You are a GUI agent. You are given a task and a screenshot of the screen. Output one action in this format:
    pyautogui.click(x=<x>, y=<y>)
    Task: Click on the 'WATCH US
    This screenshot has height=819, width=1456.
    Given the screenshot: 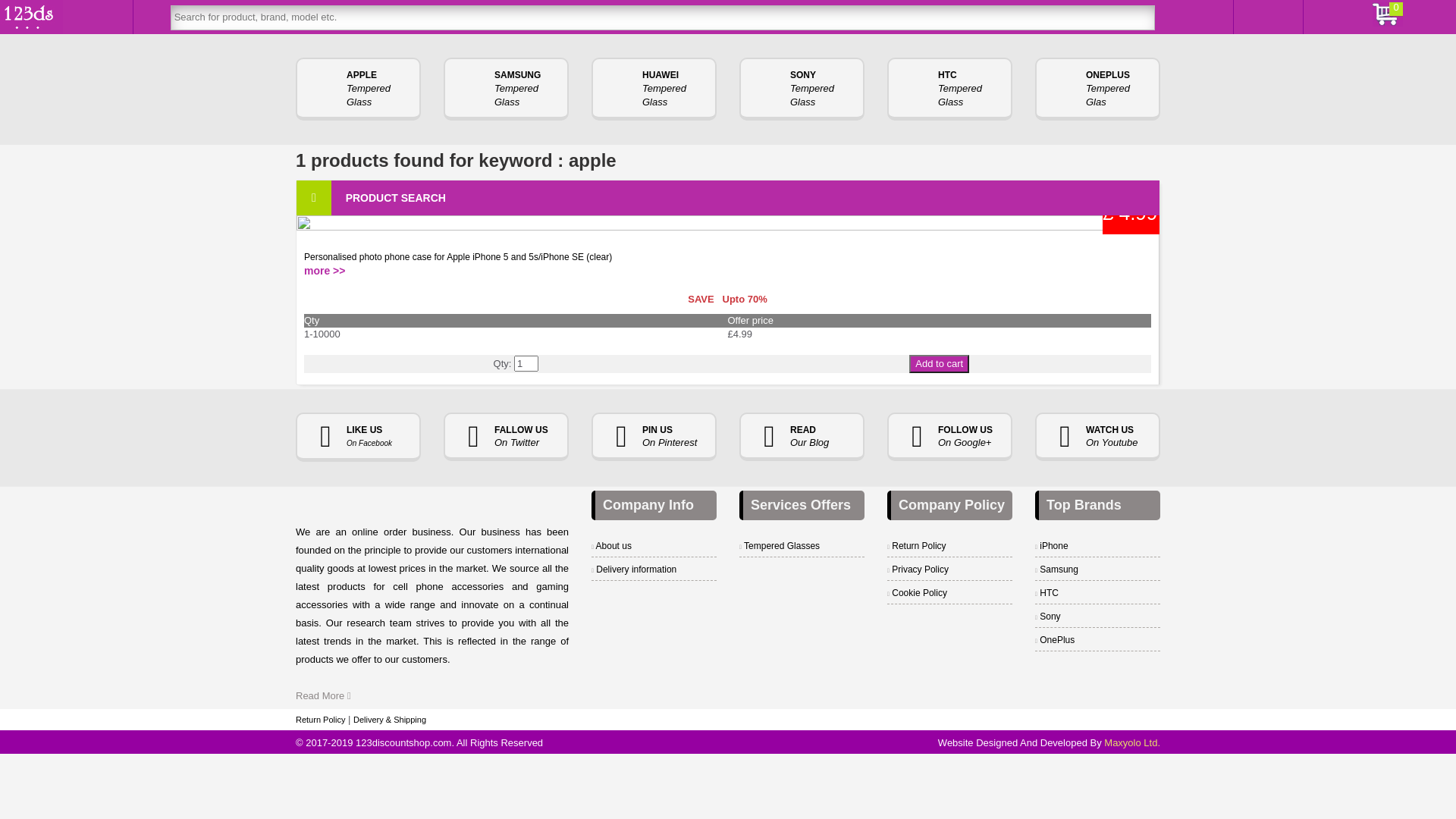 What is the action you would take?
    pyautogui.click(x=1097, y=437)
    